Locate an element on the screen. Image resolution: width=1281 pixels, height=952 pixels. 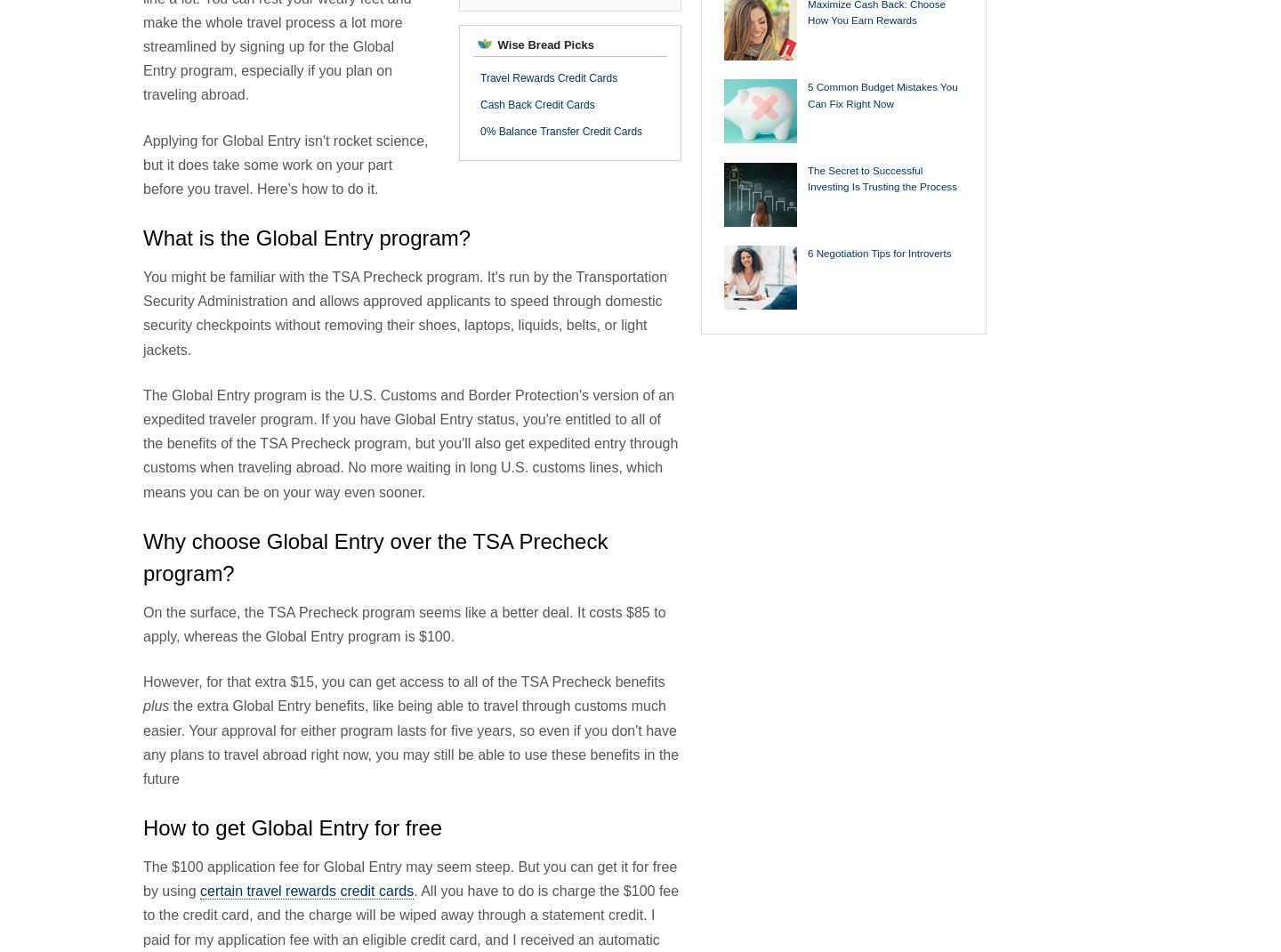
'The $100 application fee for Global Entry may seem steep. But you can get it for free by using' is located at coordinates (409, 879).